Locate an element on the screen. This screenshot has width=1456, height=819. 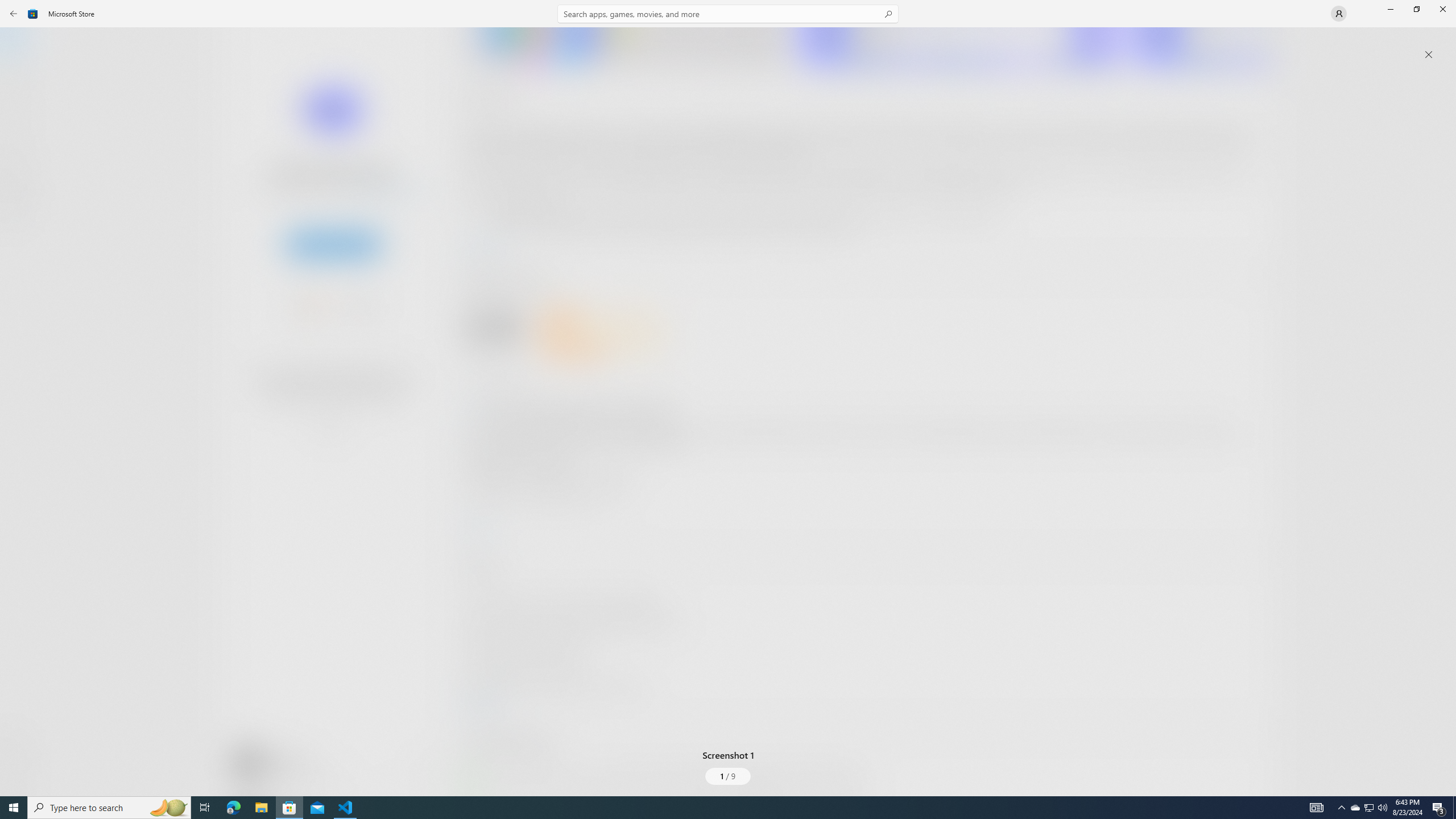
'User profile' is located at coordinates (1338, 13).